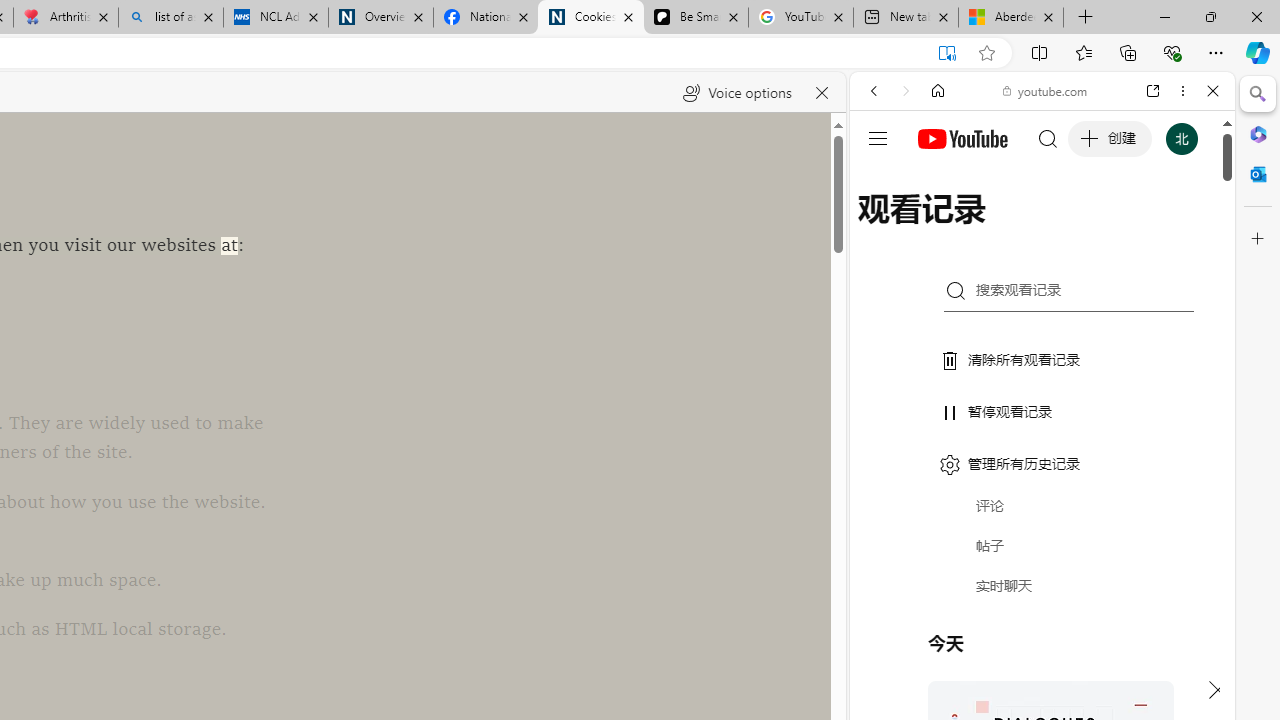  Describe the element at coordinates (1092, 227) in the screenshot. I see `'SEARCH TOOLS'` at that location.